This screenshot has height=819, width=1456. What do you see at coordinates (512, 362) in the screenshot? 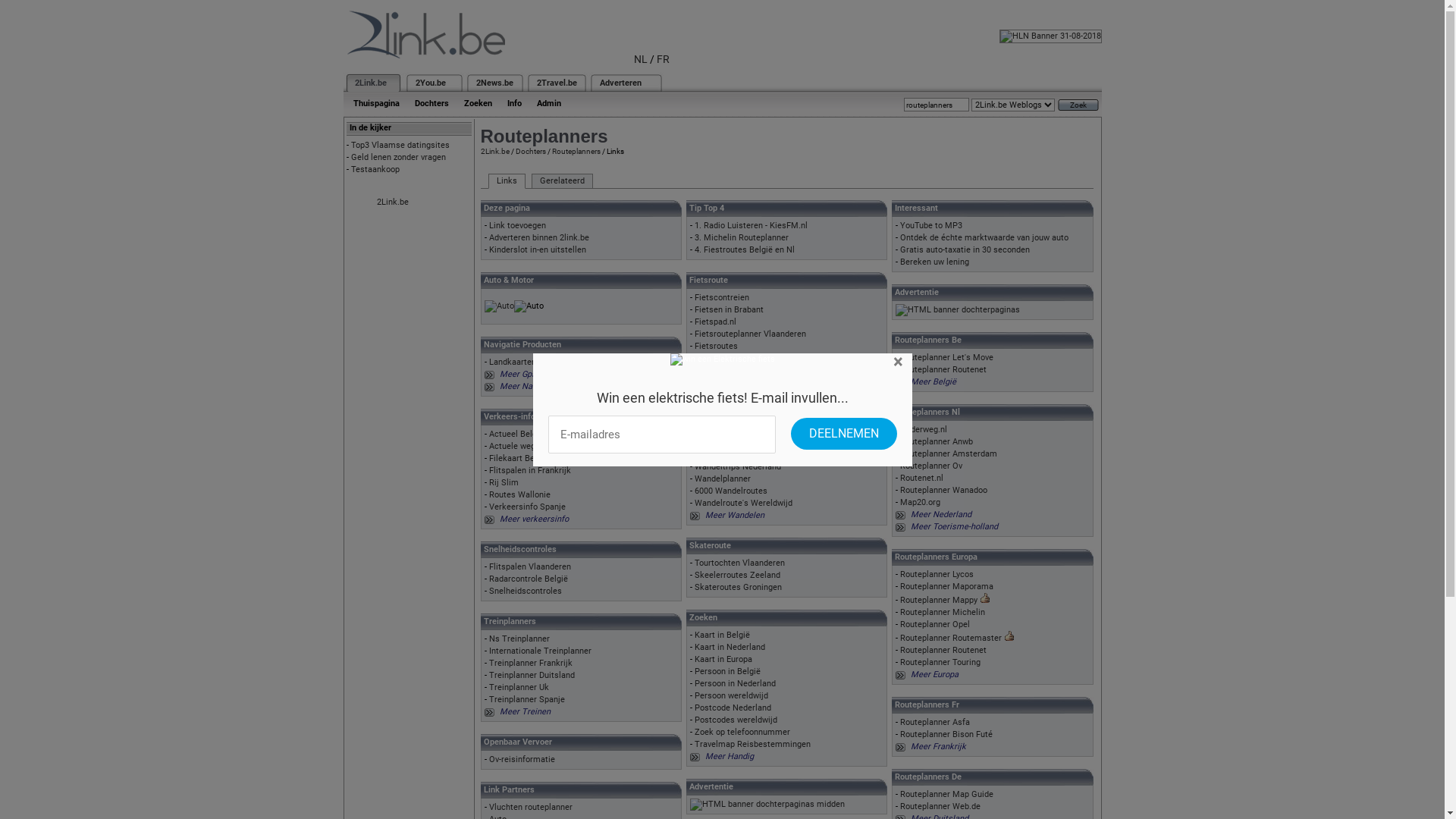
I see `'Landkaarten'` at bounding box center [512, 362].